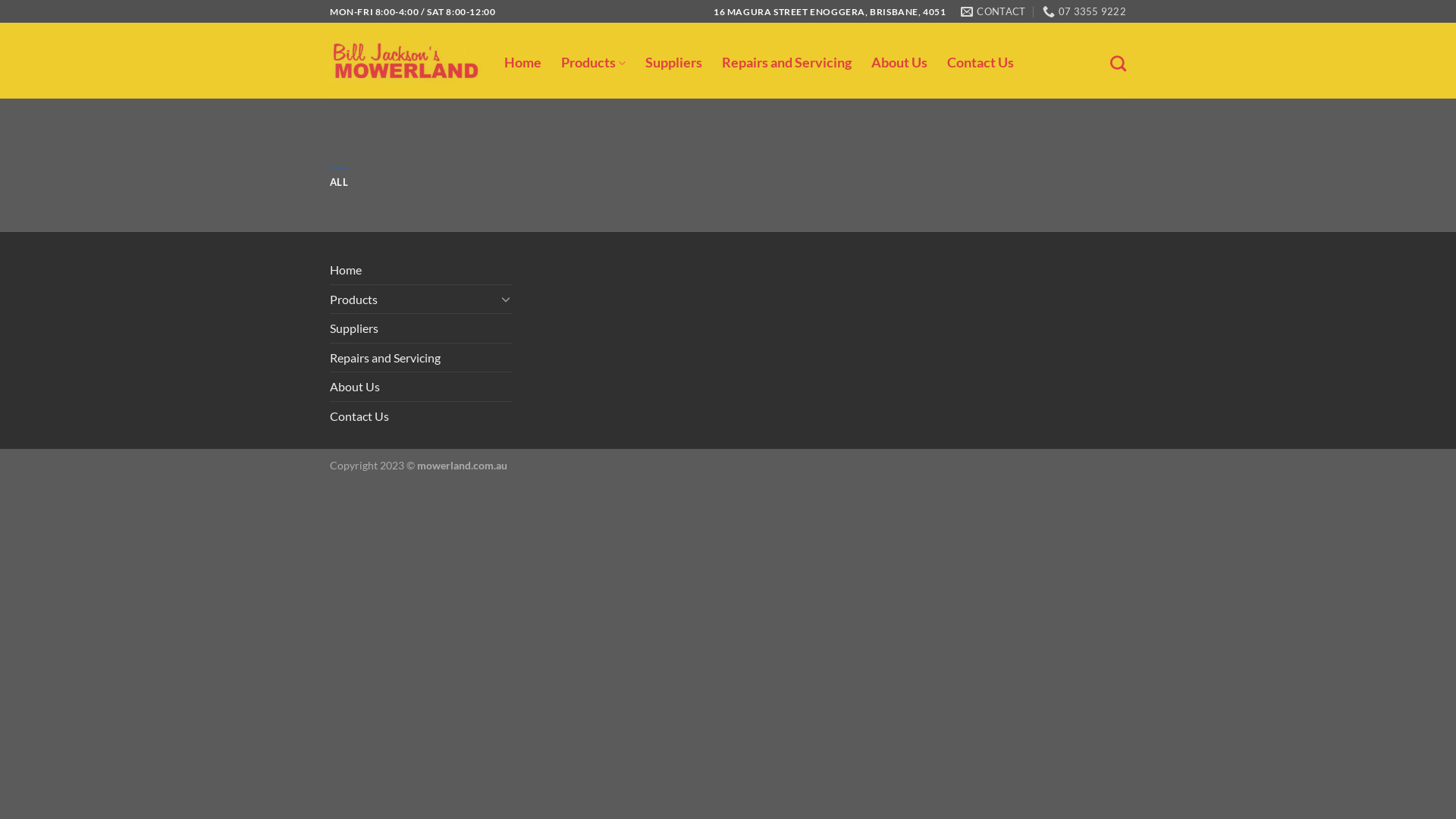  I want to click on 'About Us', so click(353, 385).